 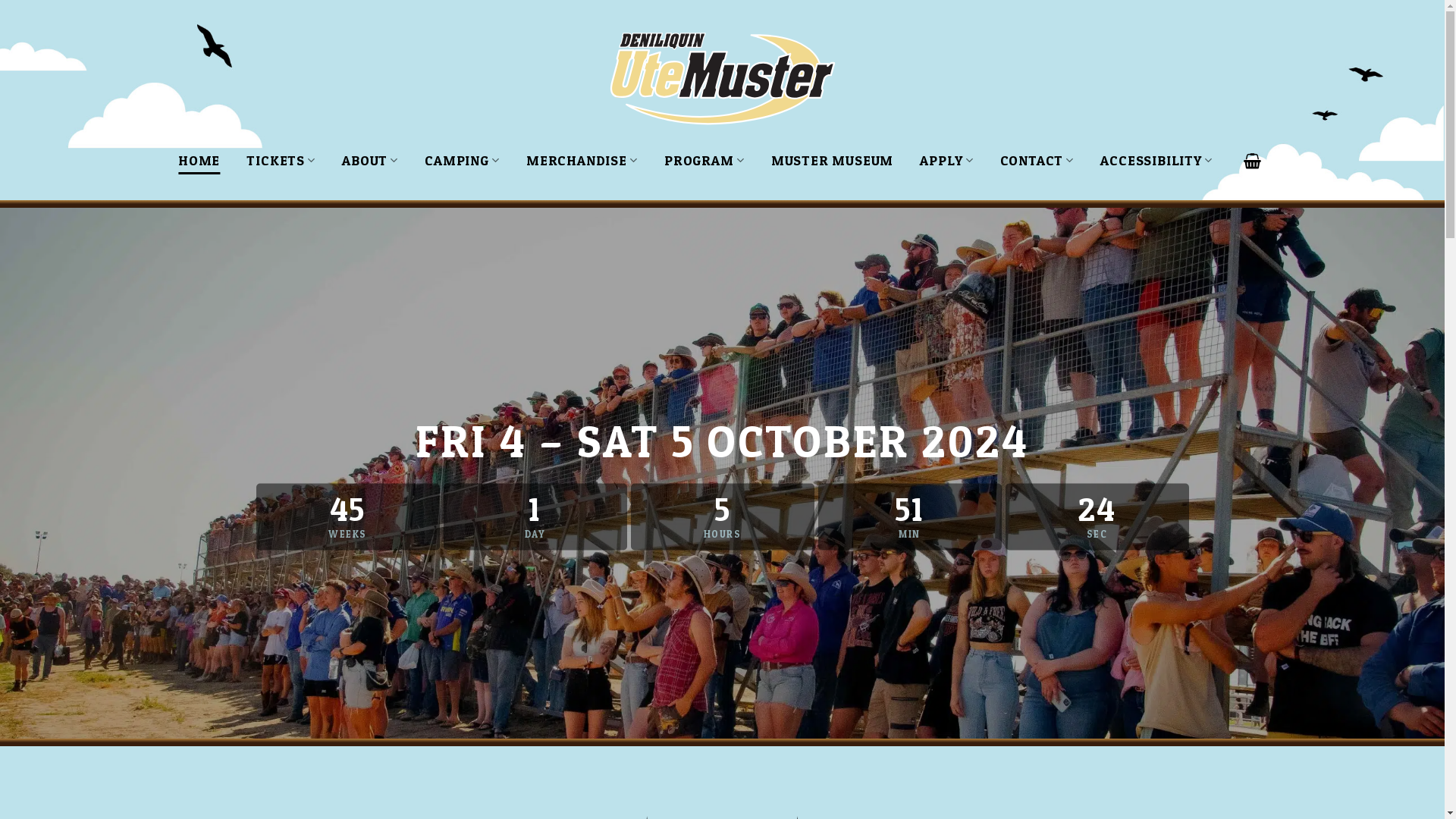 What do you see at coordinates (831, 161) in the screenshot?
I see `'MUSTER MUSEUM'` at bounding box center [831, 161].